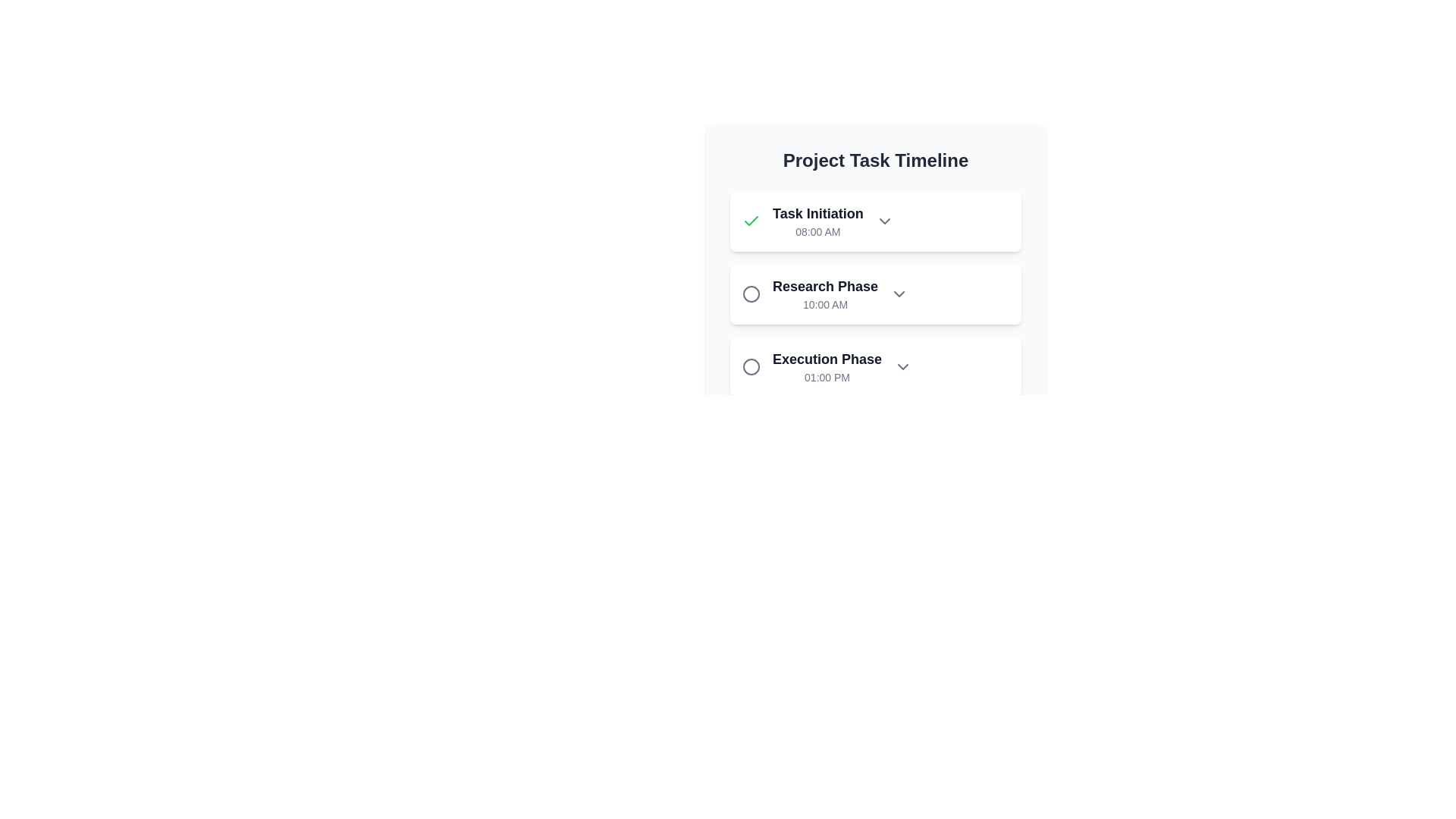 The width and height of the screenshot is (1456, 819). I want to click on the 'Execution Phase' text label set, which is the third entry, so click(826, 366).